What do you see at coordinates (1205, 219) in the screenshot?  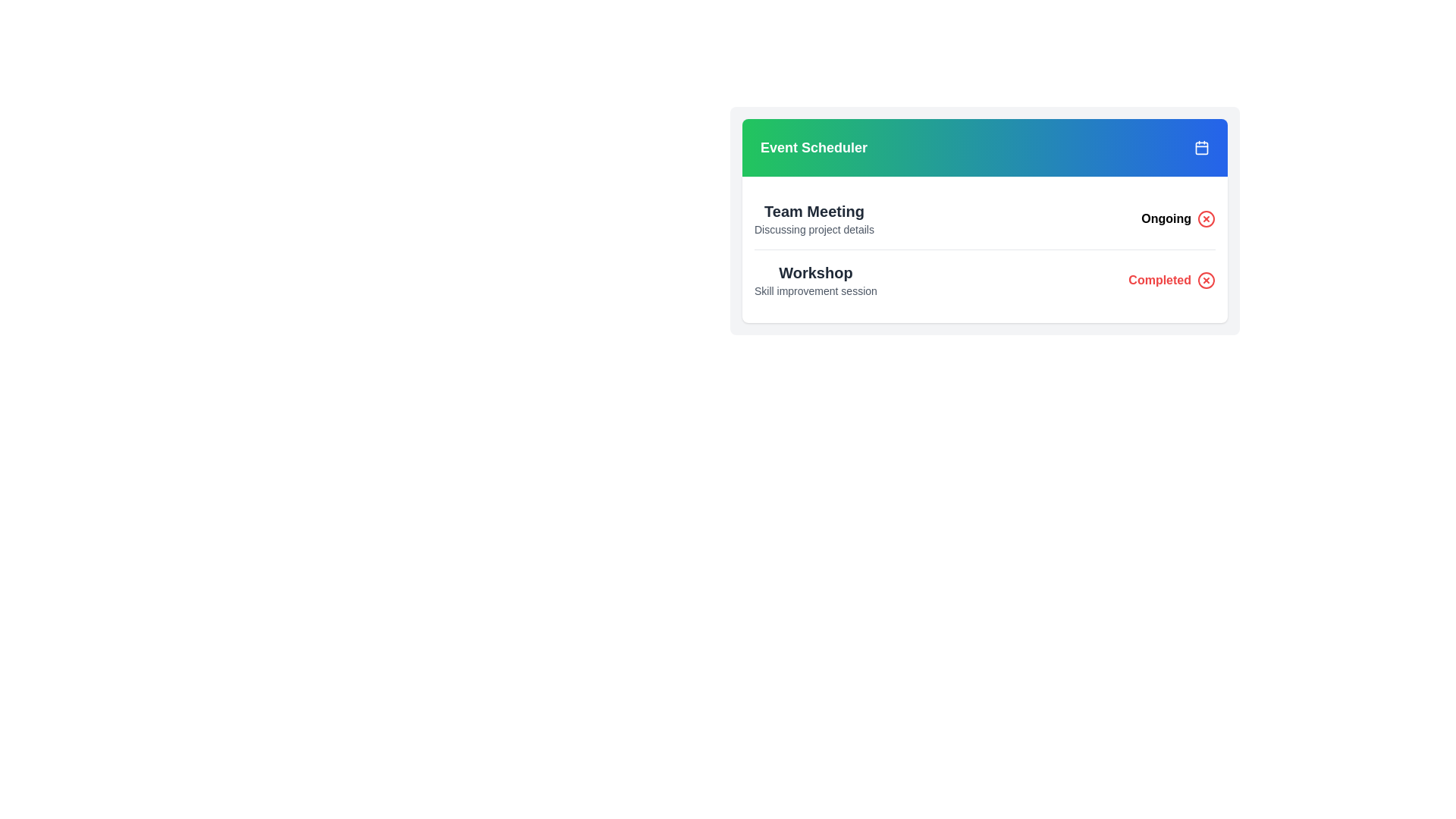 I see `the close button for the 'Ongoing' item` at bounding box center [1205, 219].